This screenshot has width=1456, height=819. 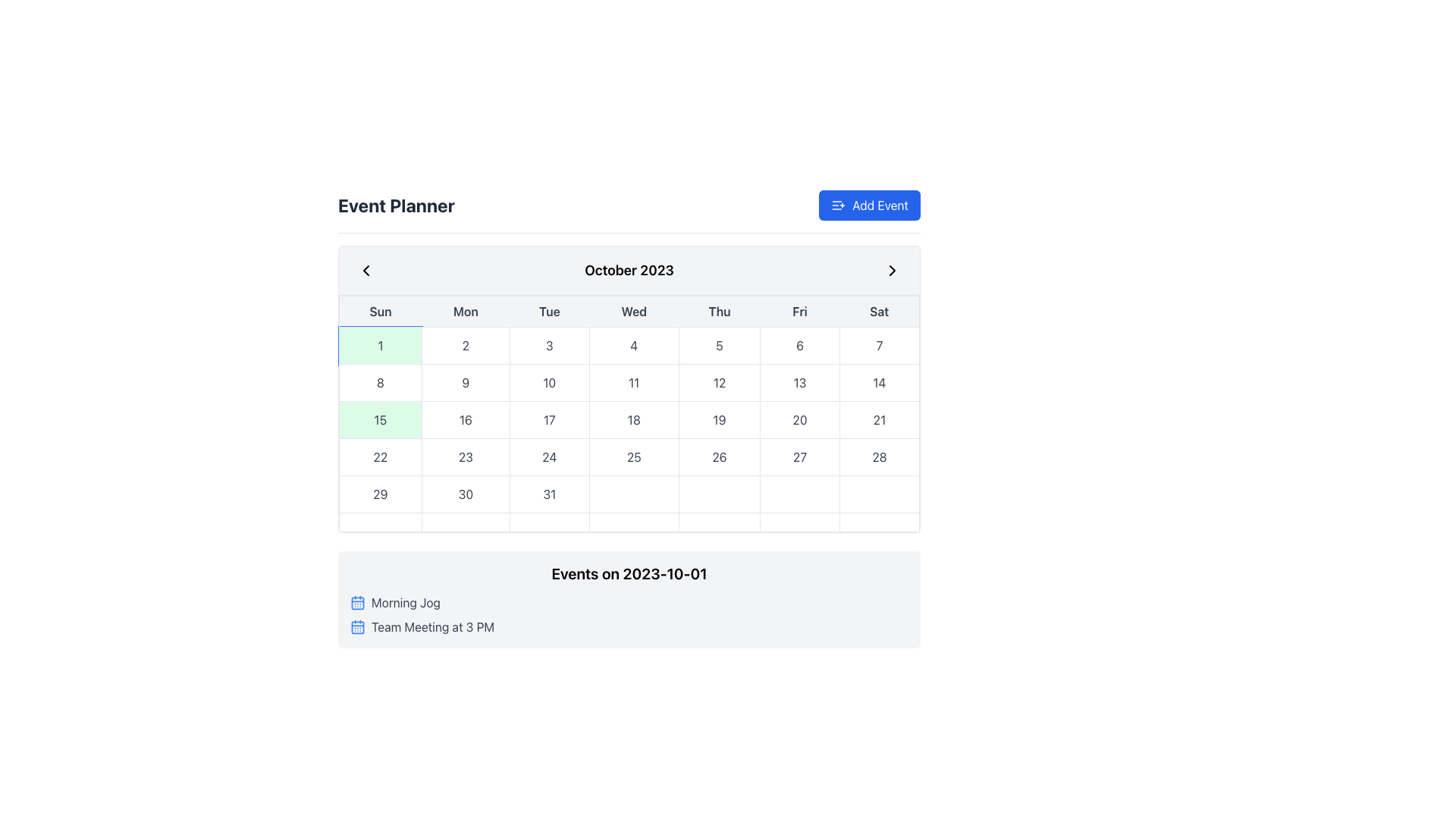 What do you see at coordinates (380, 311) in the screenshot?
I see `the label representing Sundays, which is the first element in the row of text labels for the days of the week located beneath the 'October 2023' header` at bounding box center [380, 311].